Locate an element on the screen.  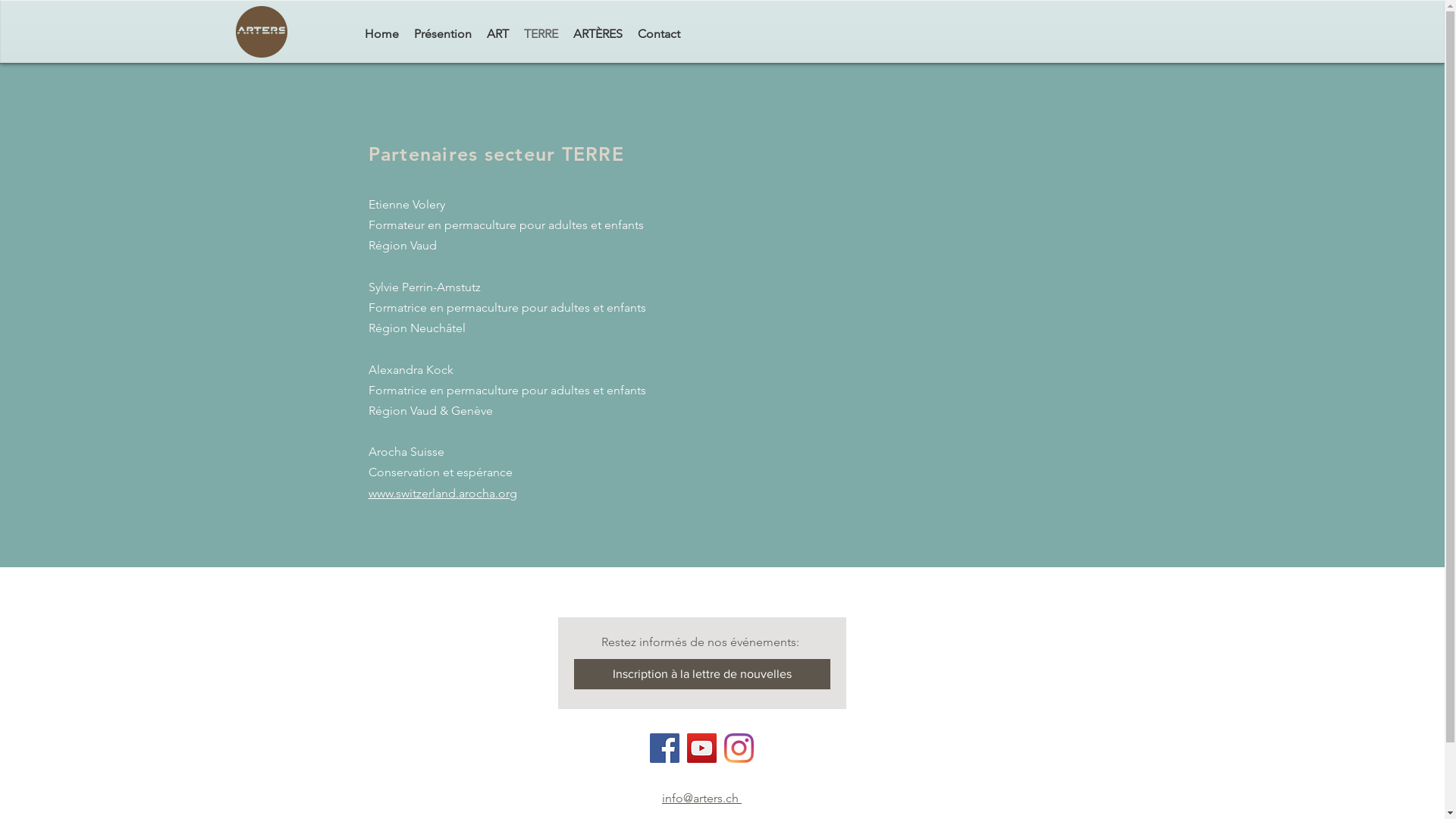
'www.switzerland.arocha.org' is located at coordinates (442, 493).